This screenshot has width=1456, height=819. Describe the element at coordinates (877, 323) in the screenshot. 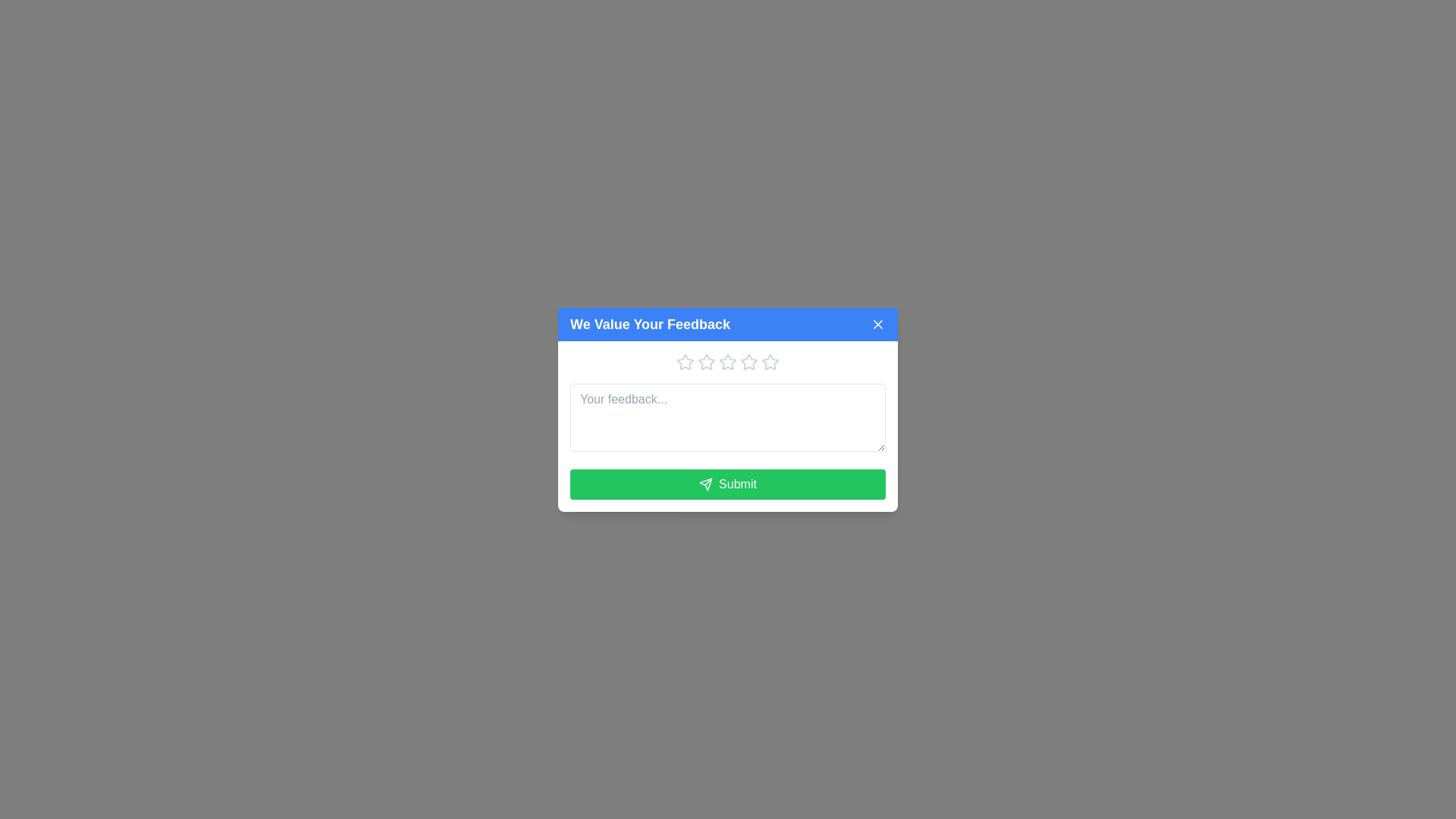

I see `the 'close' button located in the top-right corner of the feedback modal, adjacent to the text 'We Value Your Feedback'` at that location.